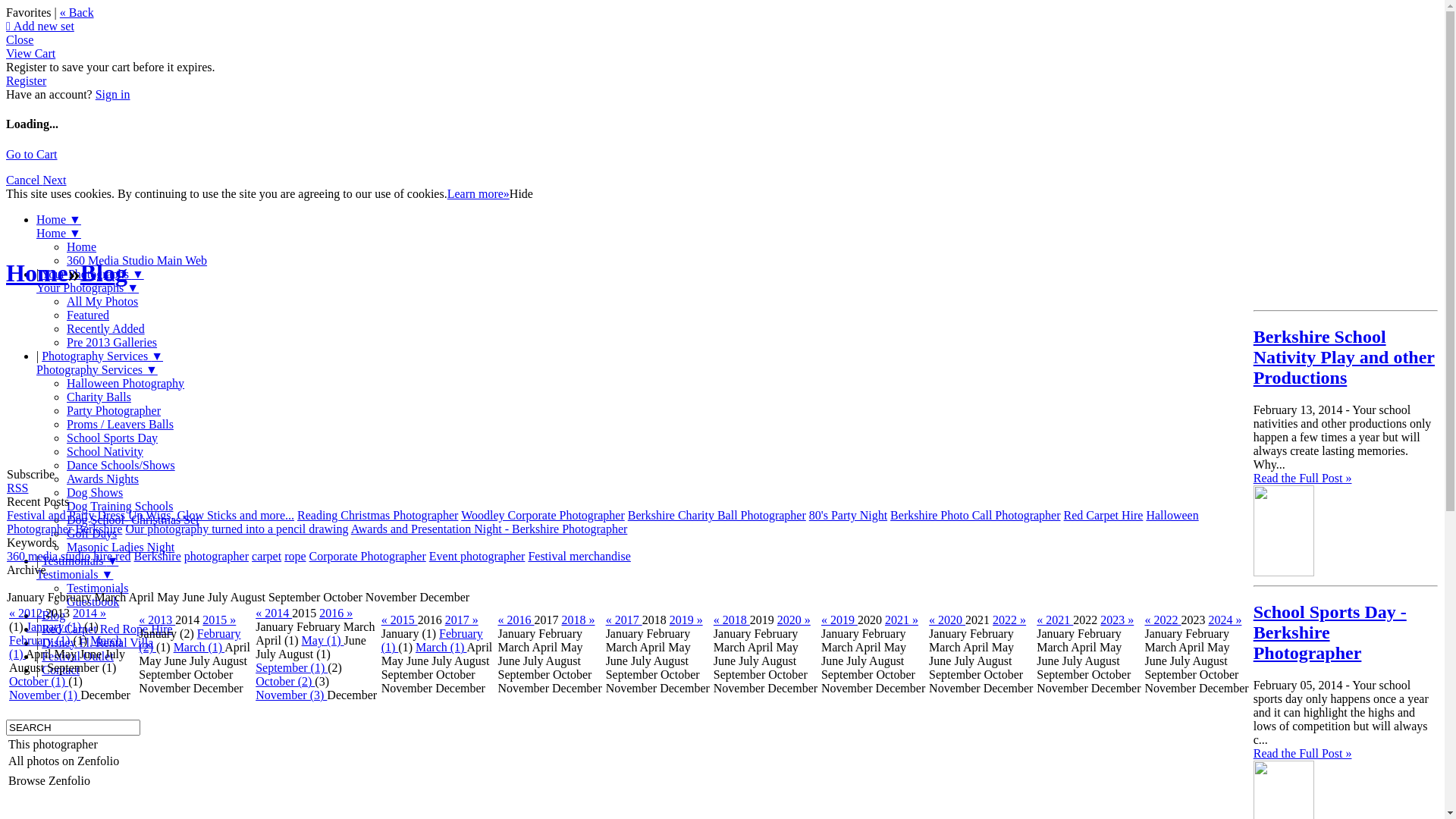 The width and height of the screenshot is (1456, 819). I want to click on '80's Party Night', so click(847, 514).